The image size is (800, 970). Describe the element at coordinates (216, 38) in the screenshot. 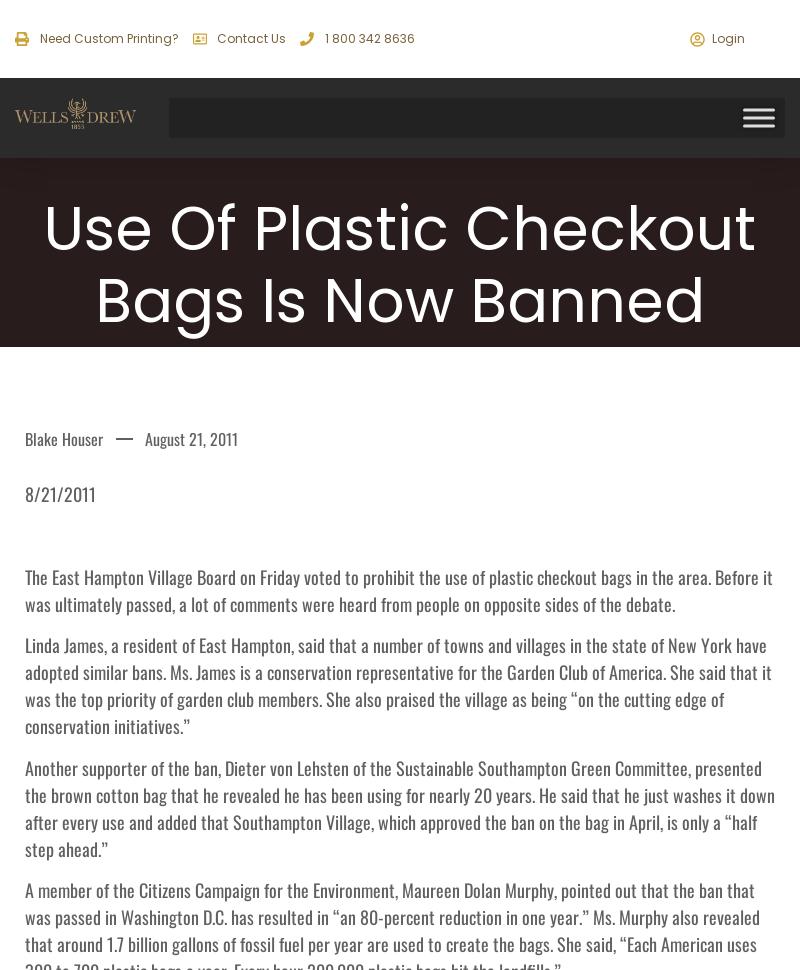

I see `'Contact Us'` at that location.